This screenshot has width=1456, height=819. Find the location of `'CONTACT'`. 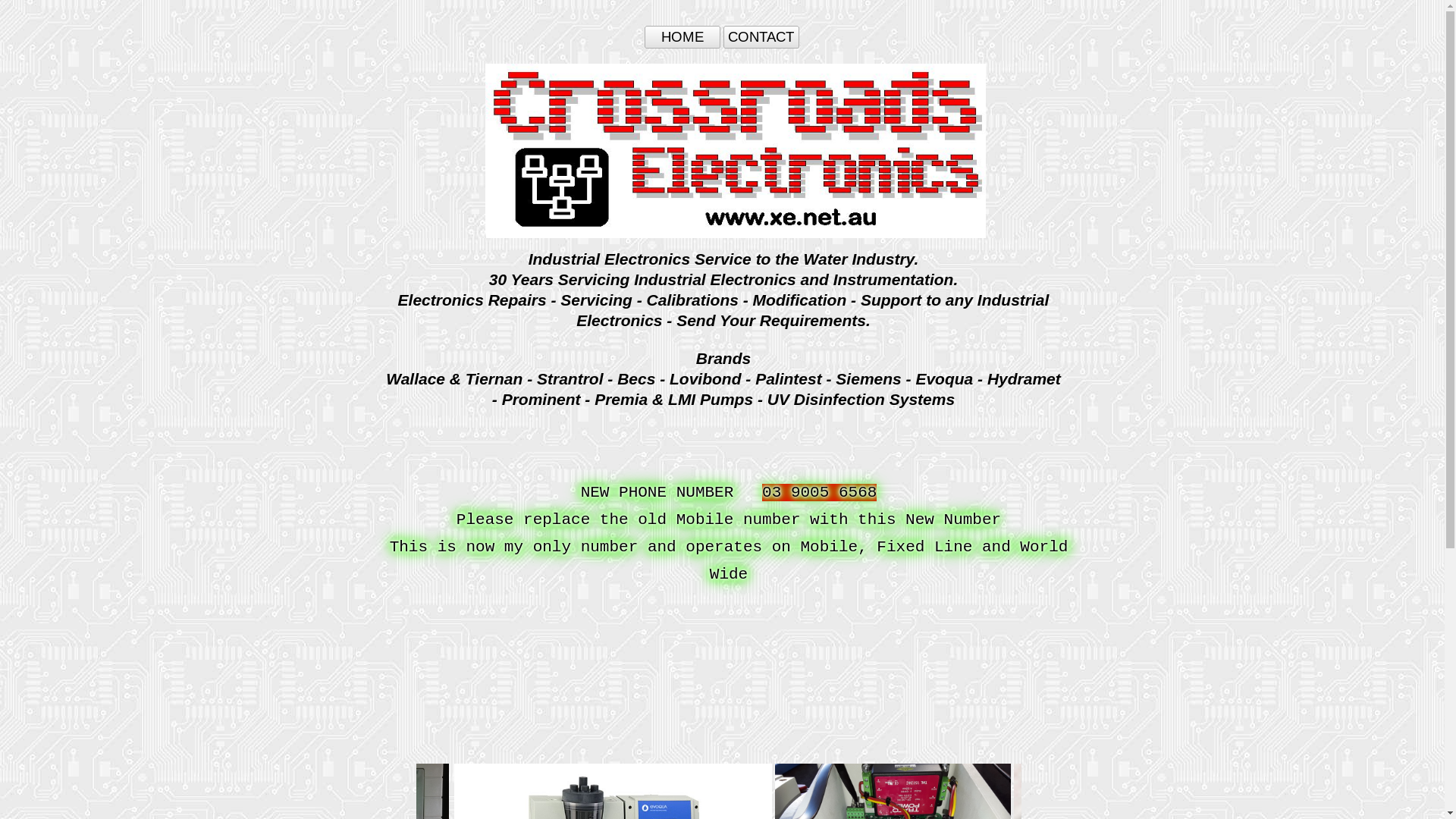

'CONTACT' is located at coordinates (723, 36).